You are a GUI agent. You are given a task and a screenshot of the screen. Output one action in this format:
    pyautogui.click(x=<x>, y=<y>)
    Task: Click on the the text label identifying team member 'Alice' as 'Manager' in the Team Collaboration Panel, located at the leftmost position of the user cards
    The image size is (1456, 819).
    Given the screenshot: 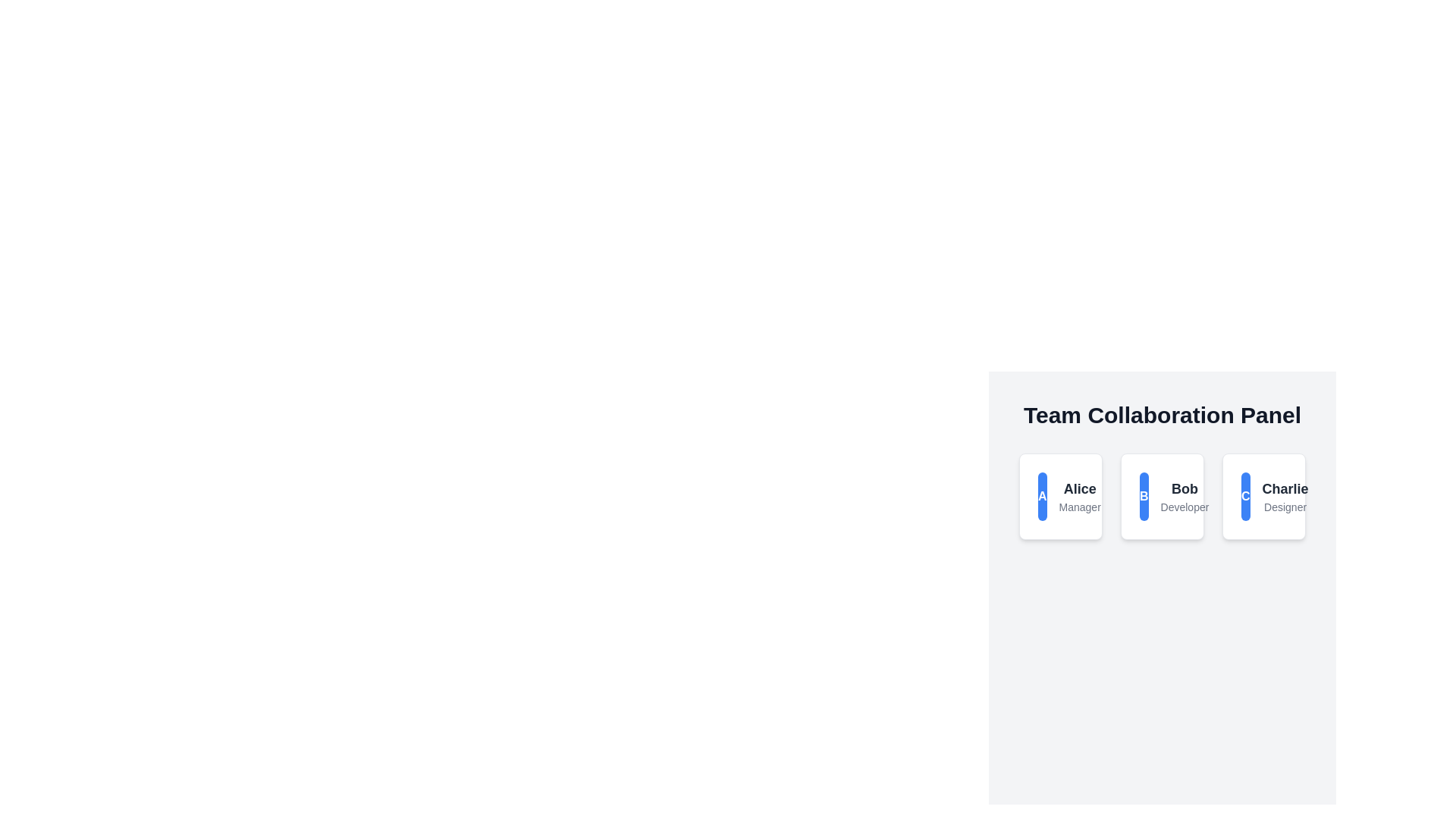 What is the action you would take?
    pyautogui.click(x=1079, y=497)
    